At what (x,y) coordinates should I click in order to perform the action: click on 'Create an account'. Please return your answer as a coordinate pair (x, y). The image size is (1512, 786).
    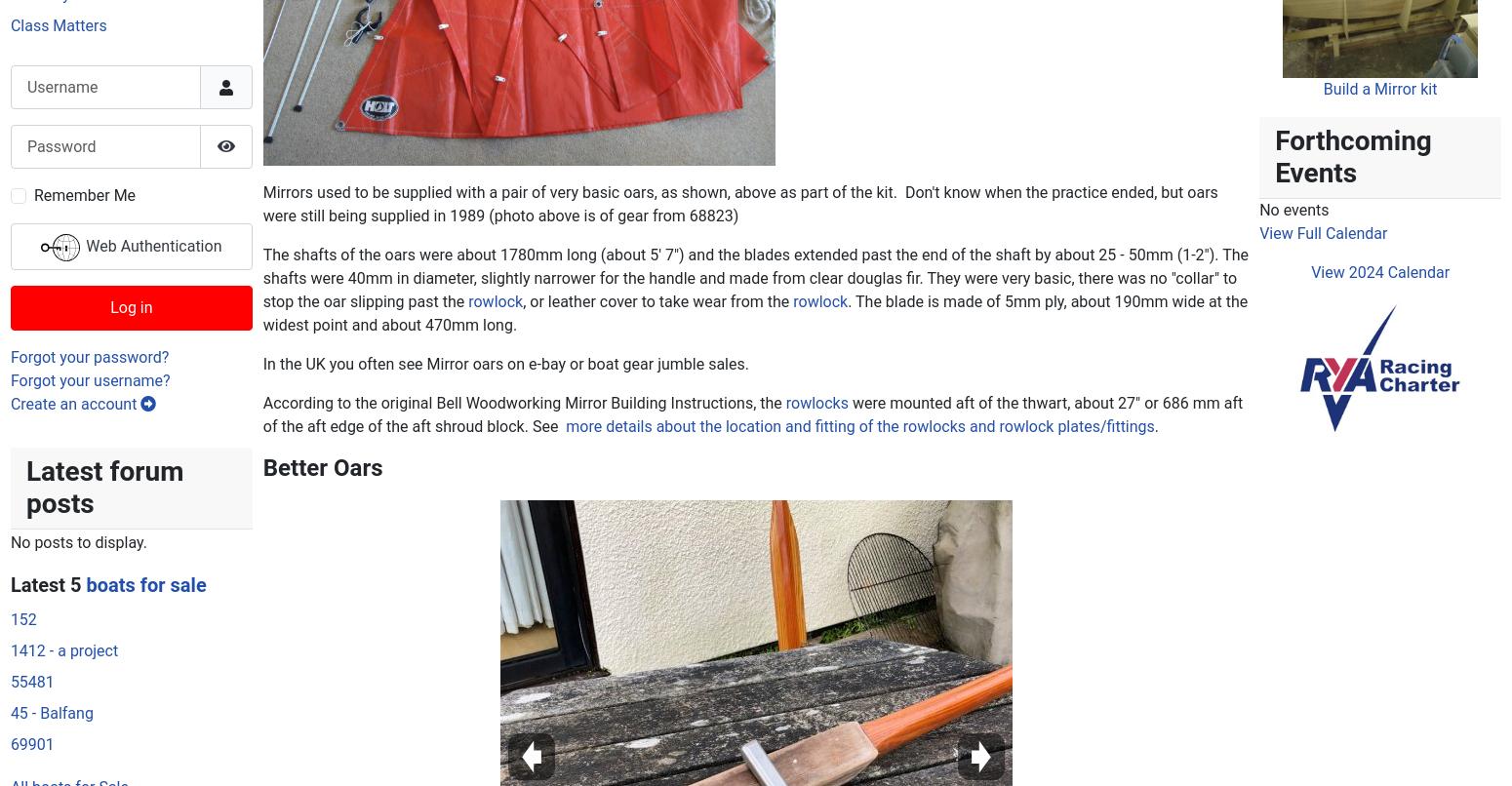
    Looking at the image, I should click on (74, 25).